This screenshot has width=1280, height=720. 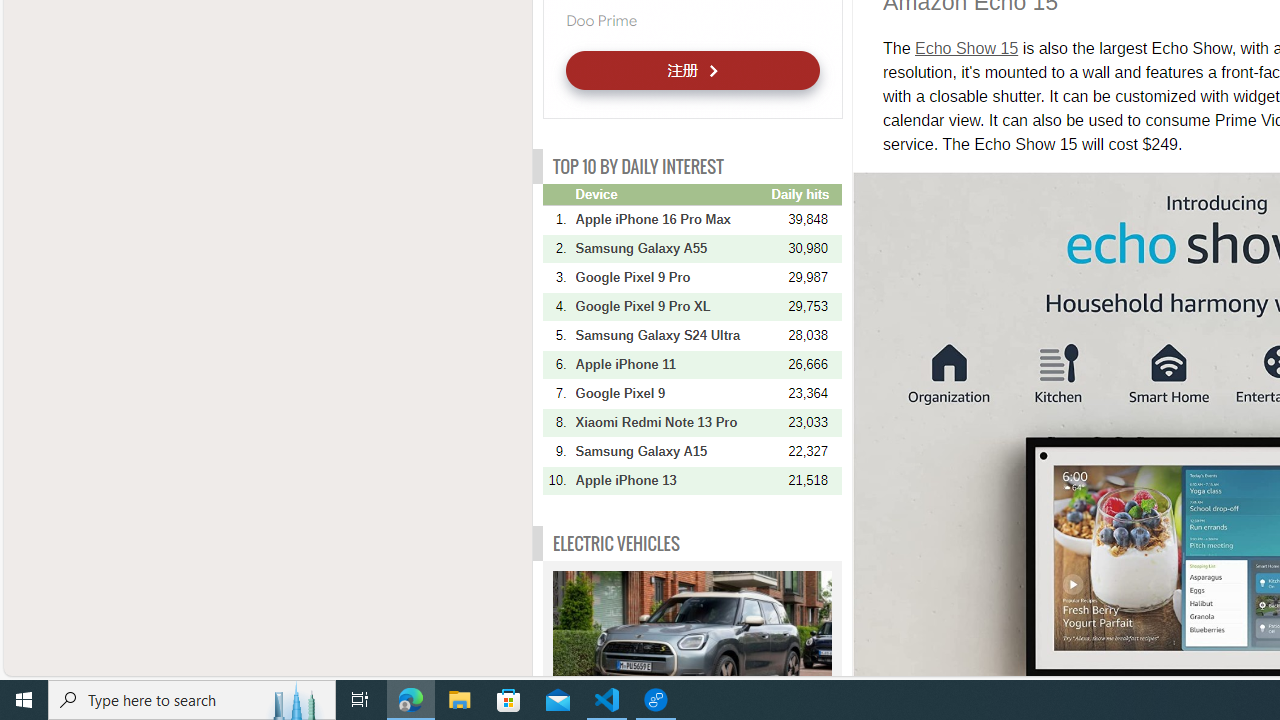 What do you see at coordinates (671, 306) in the screenshot?
I see `'Google Pixel 9 Pro XL'` at bounding box center [671, 306].